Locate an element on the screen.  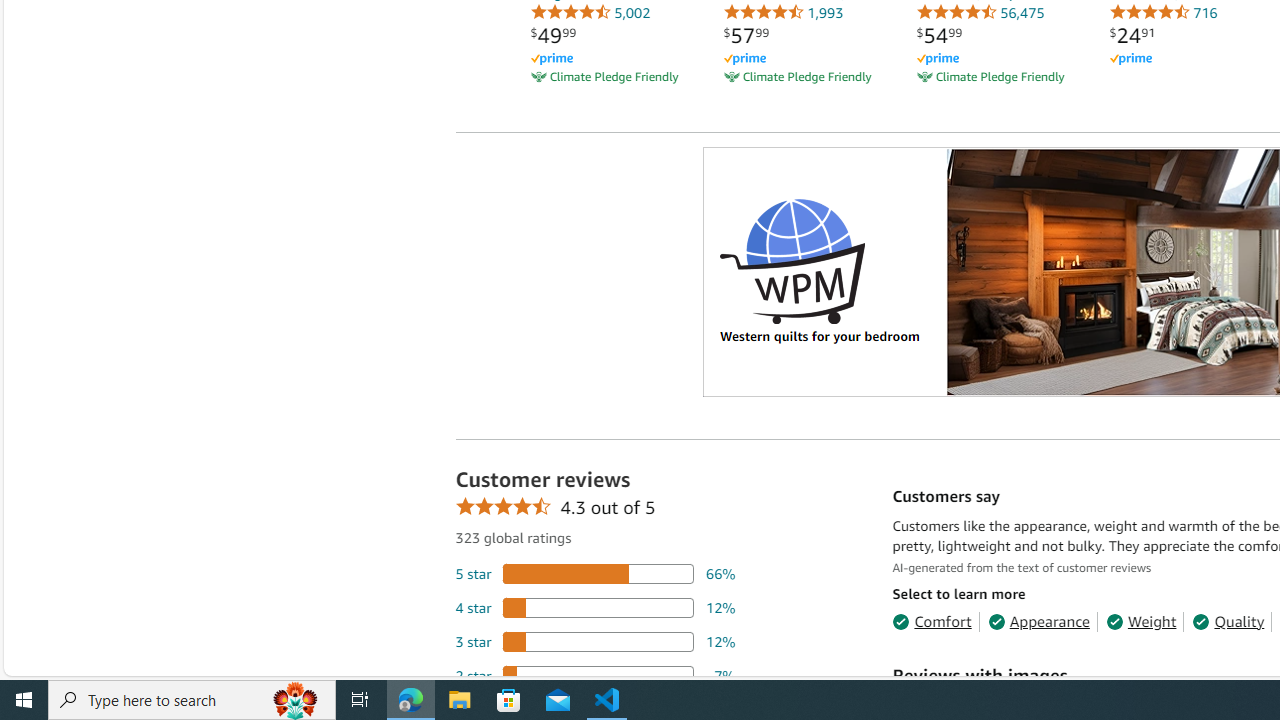
'1,993' is located at coordinates (782, 12).